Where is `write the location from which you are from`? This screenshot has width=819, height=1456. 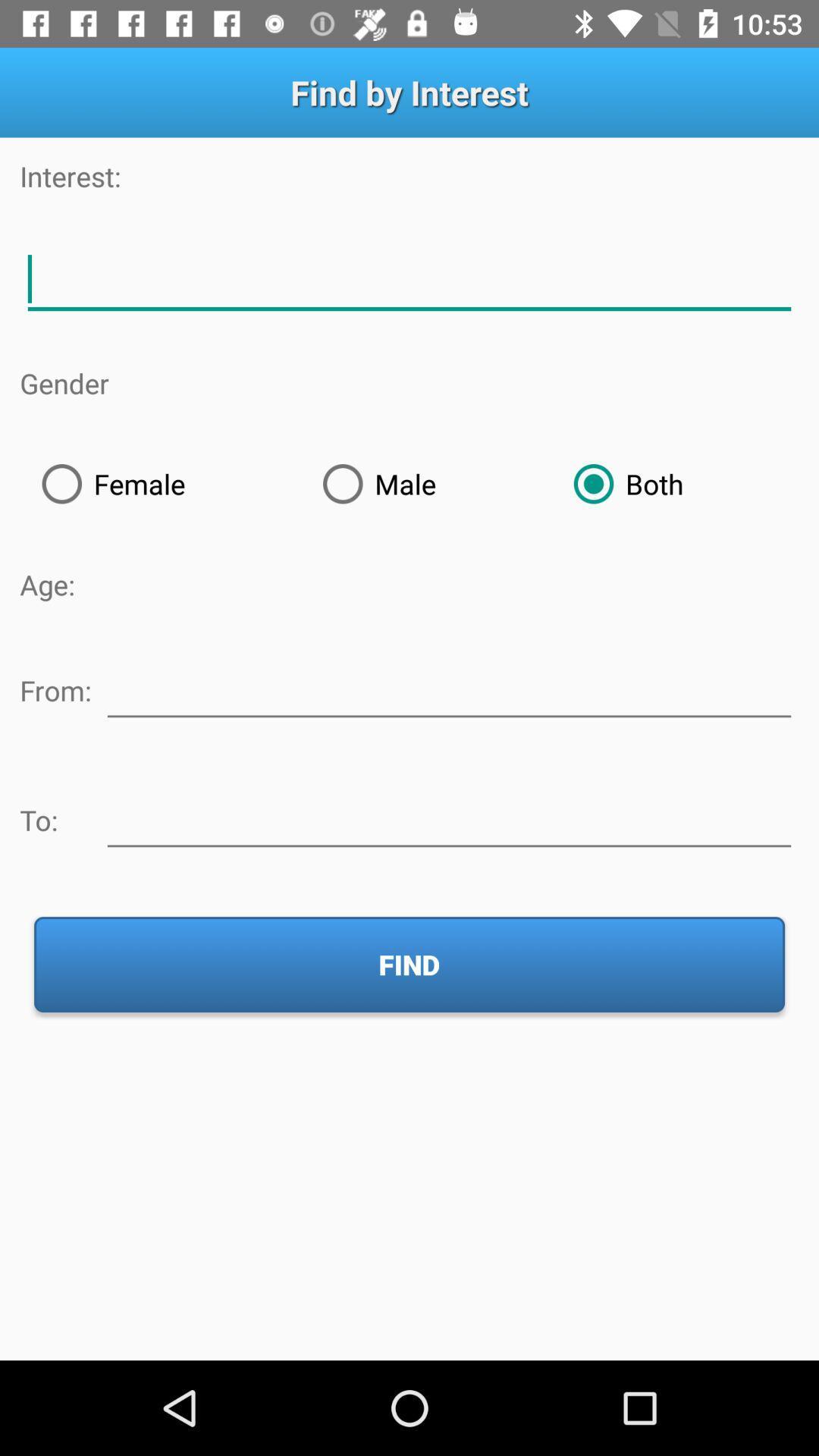 write the location from which you are from is located at coordinates (448, 687).